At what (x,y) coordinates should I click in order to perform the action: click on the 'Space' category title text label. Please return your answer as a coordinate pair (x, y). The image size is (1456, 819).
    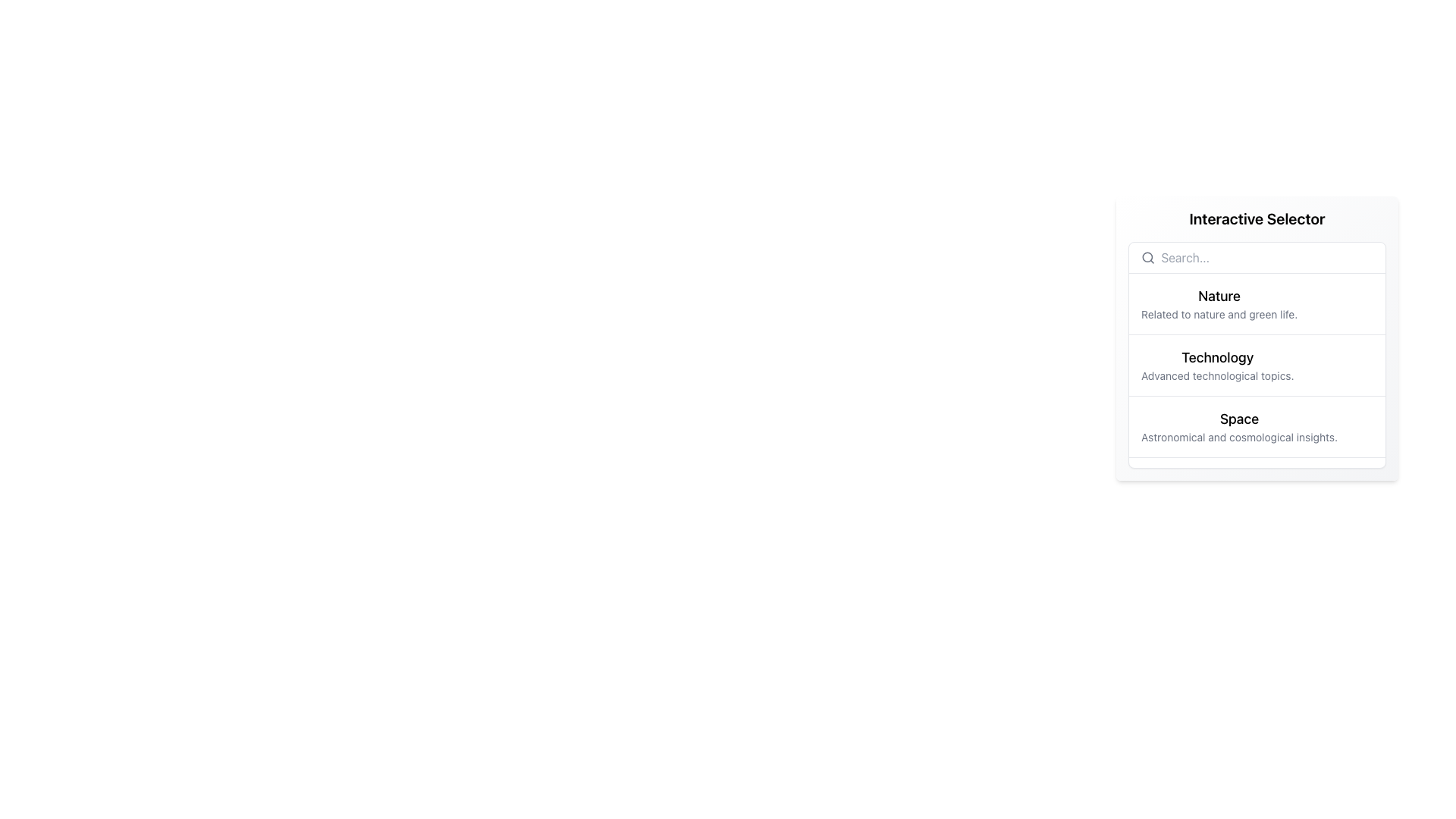
    Looking at the image, I should click on (1238, 419).